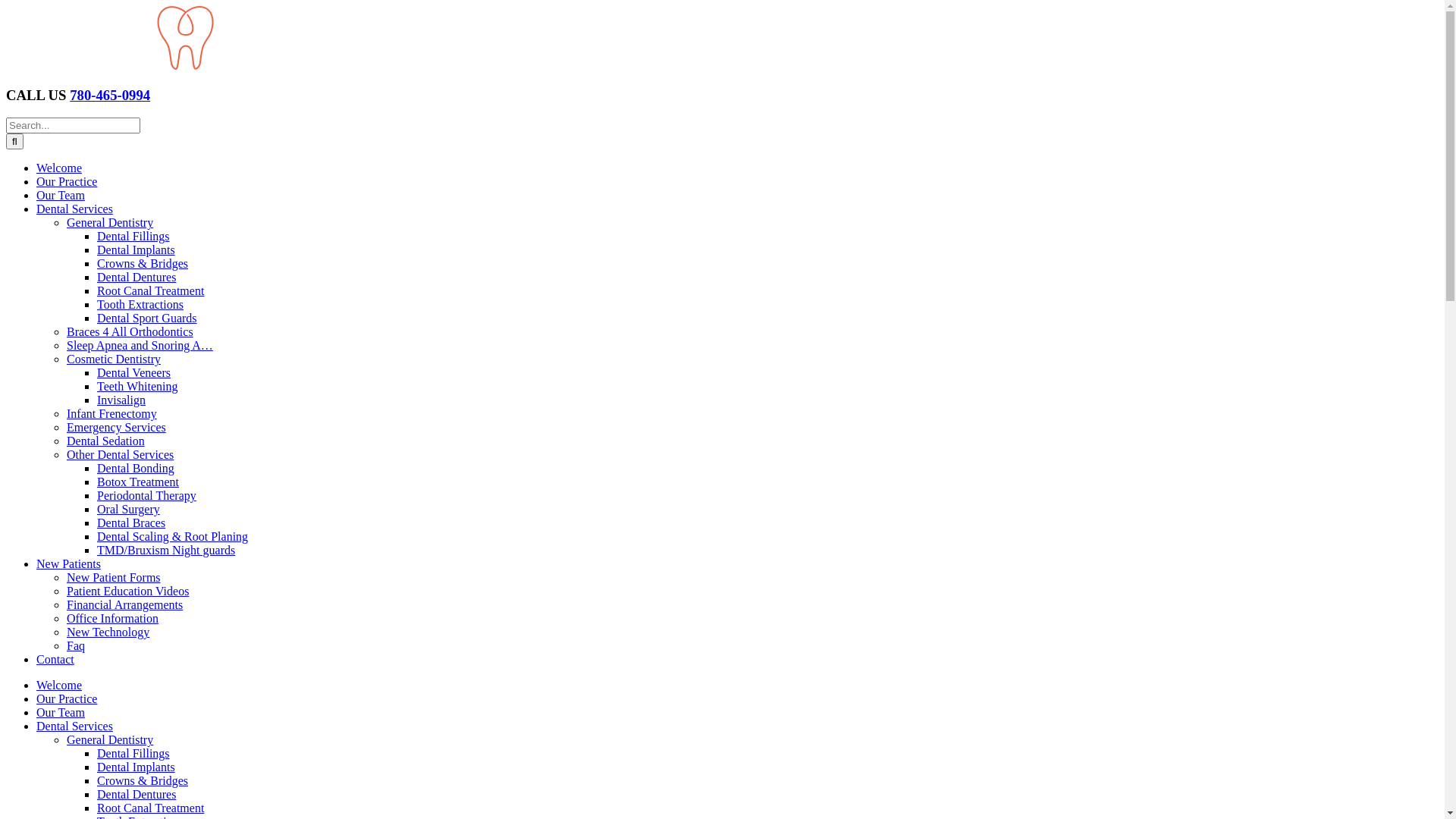  I want to click on 'Dental Implants', so click(96, 249).